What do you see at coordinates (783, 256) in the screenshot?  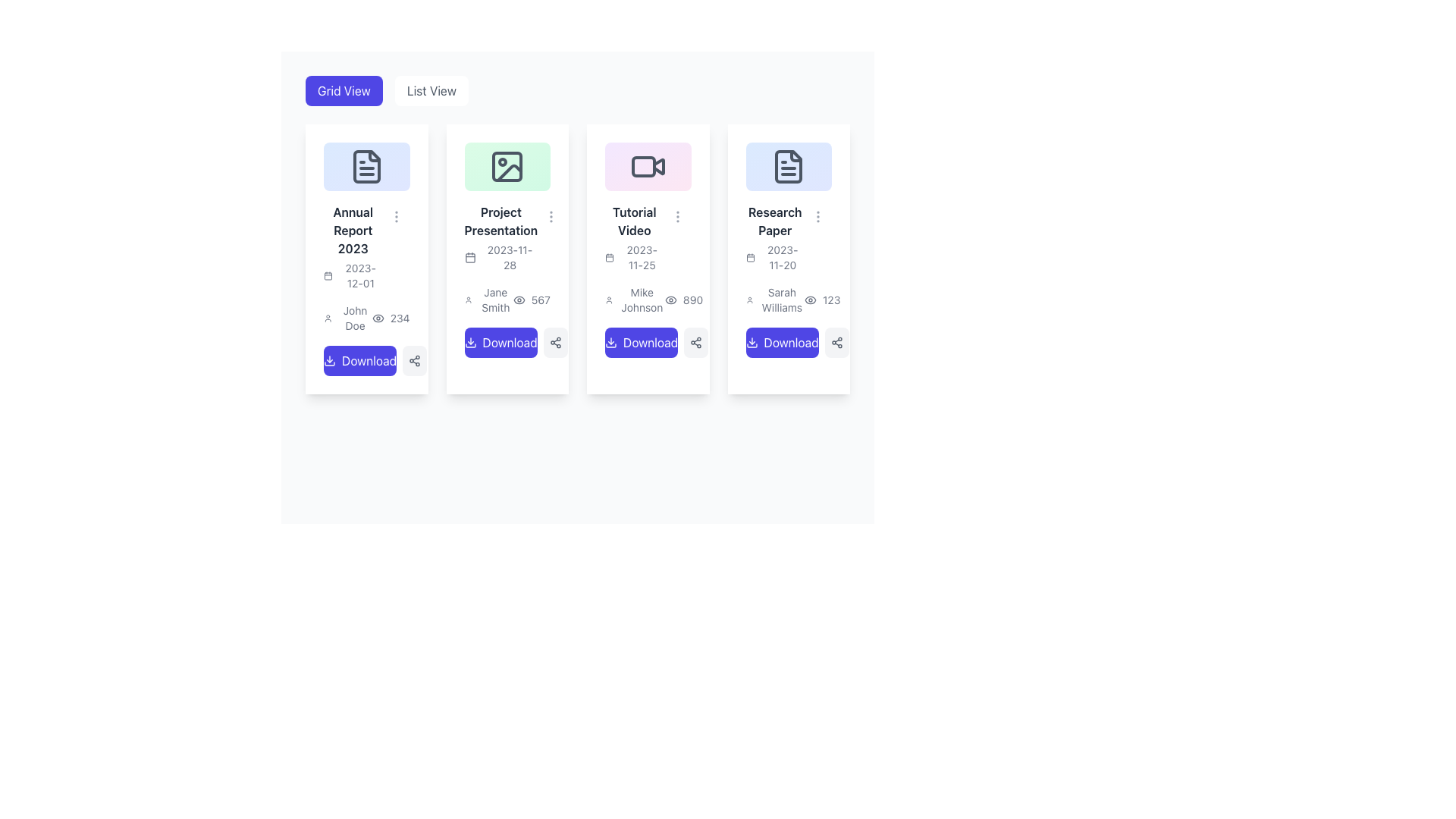 I see `the text label displaying the date '2023-11-20' which is styled with a small font size and gray color, located in the fourth card item below the title 'Research Paper' and above 'Sarah Williams'` at bounding box center [783, 256].